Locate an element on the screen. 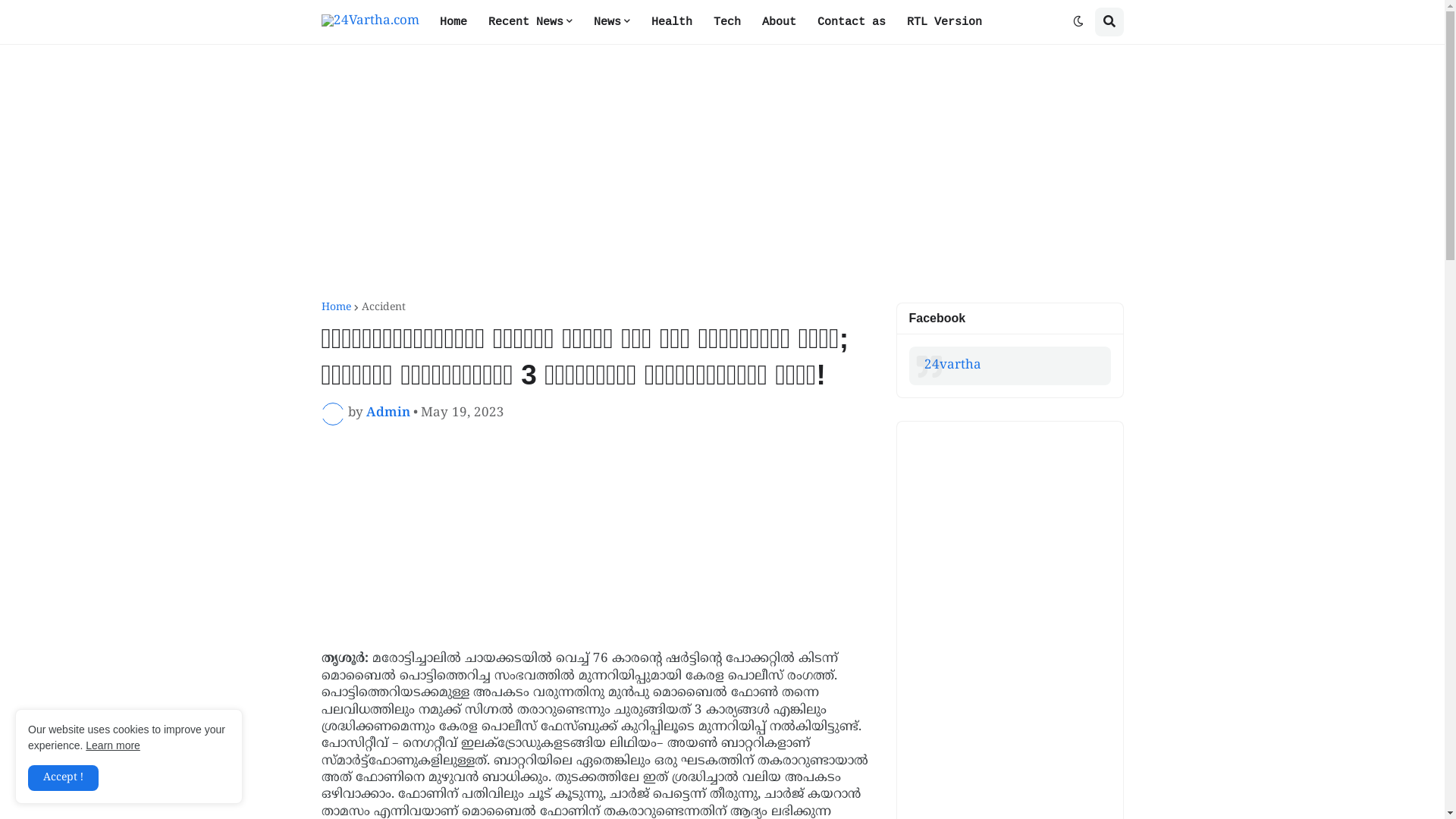 This screenshot has height=819, width=1456. 'RTL Version' is located at coordinates (896, 22).